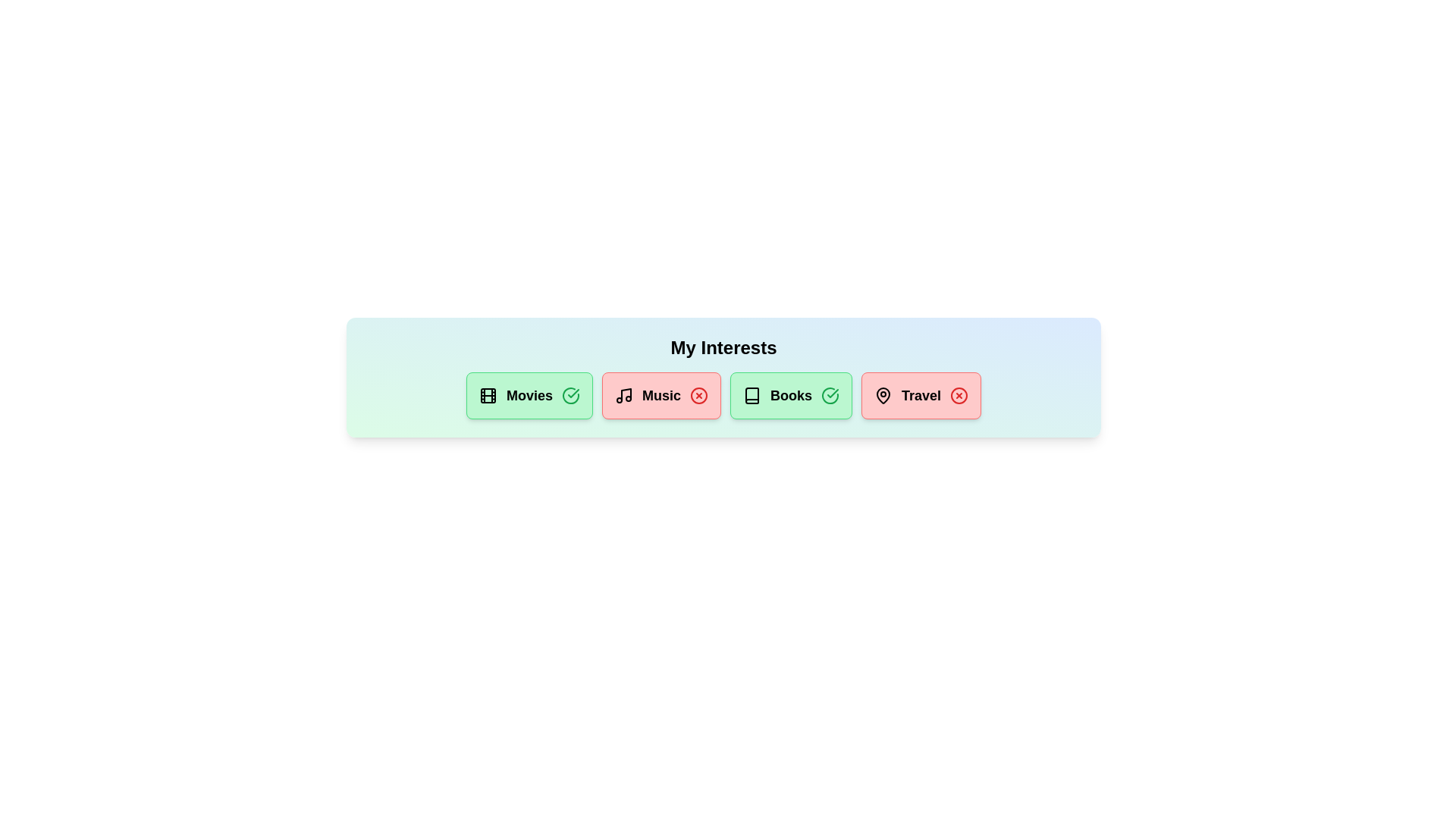 This screenshot has height=819, width=1456. I want to click on the chip labeled 'Music' to observe the hover effect, so click(661, 394).